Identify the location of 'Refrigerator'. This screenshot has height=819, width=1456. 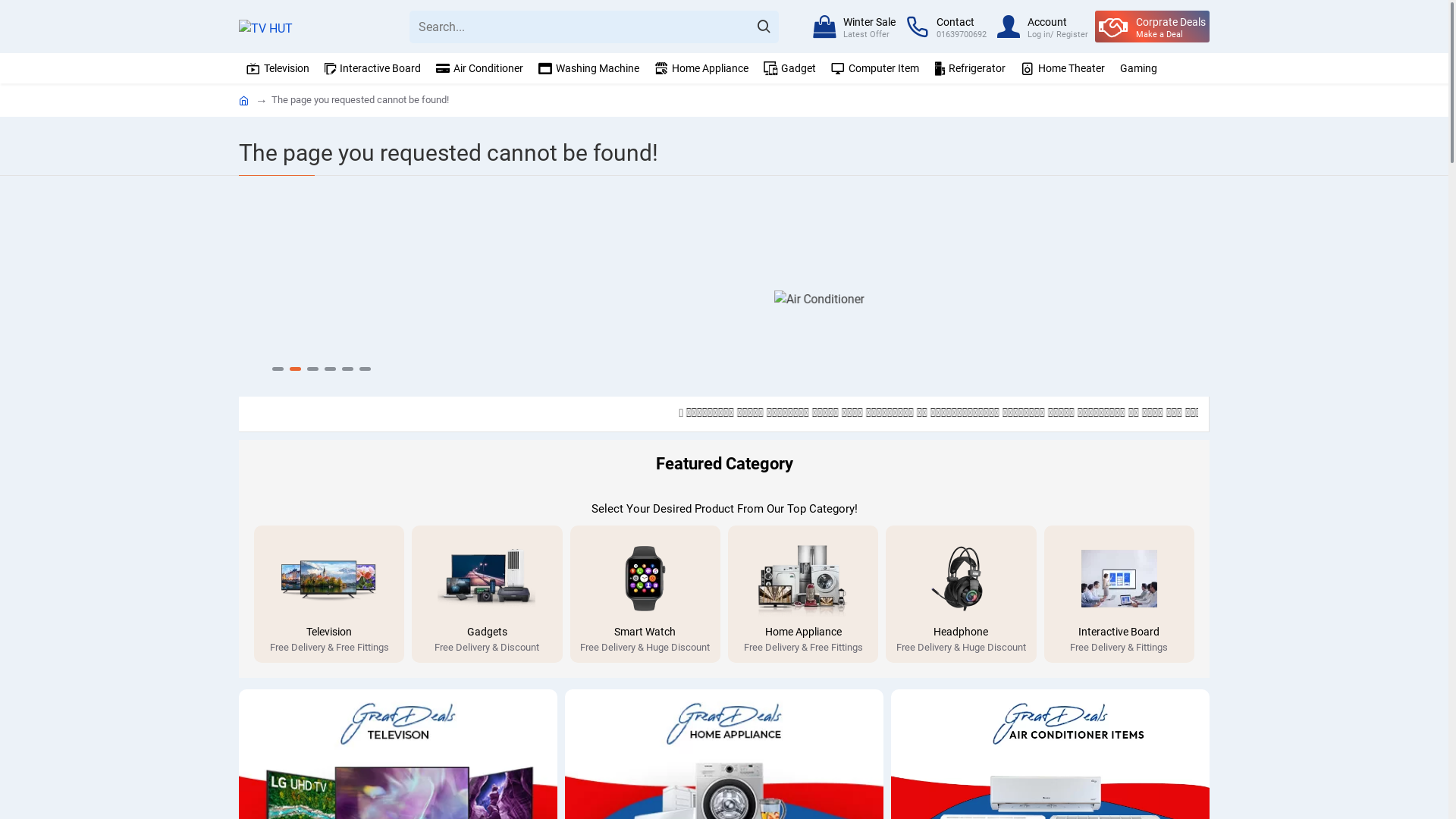
(967, 67).